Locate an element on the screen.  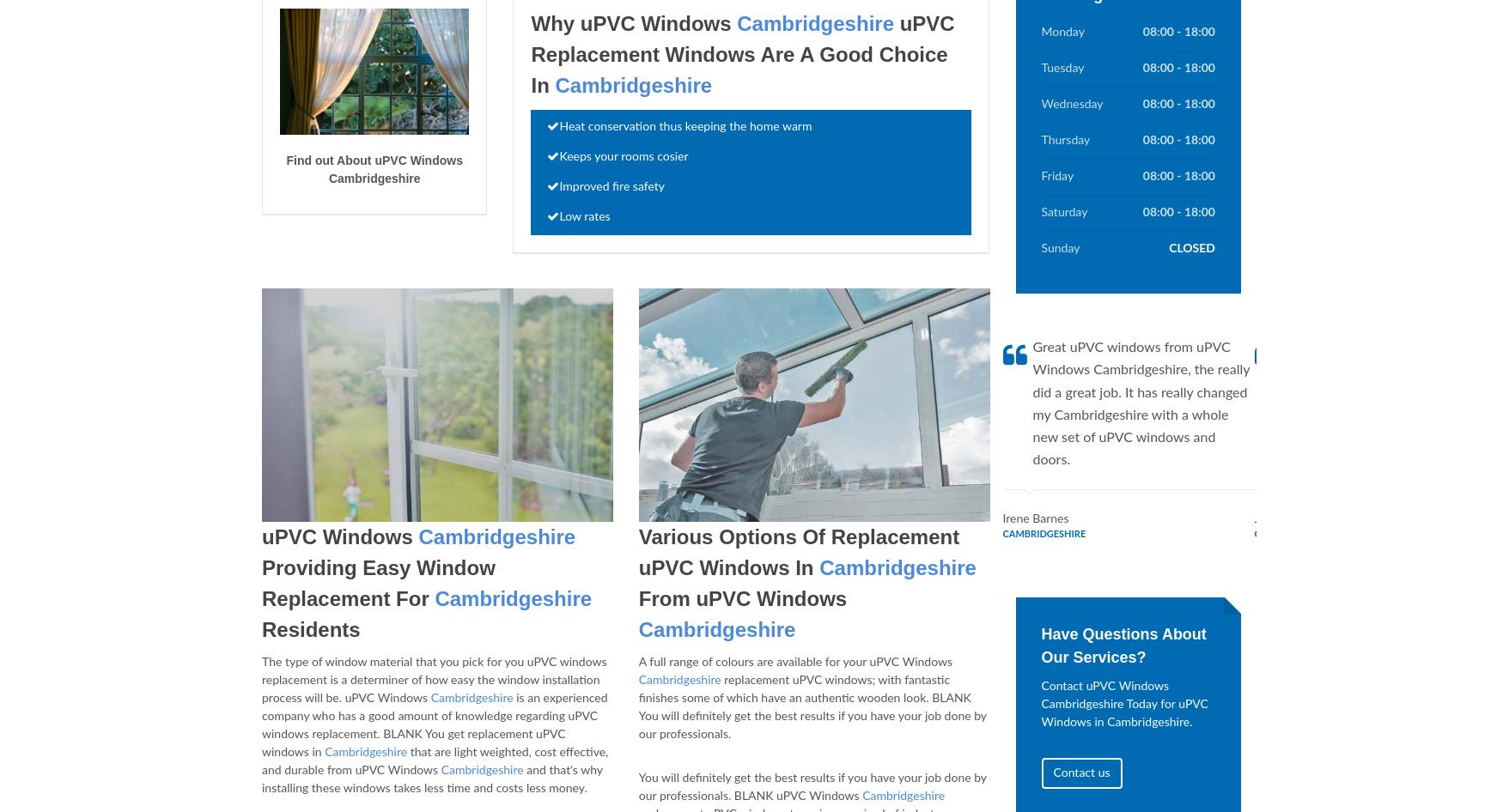
'Keeps your rooms cosier' is located at coordinates (624, 156).